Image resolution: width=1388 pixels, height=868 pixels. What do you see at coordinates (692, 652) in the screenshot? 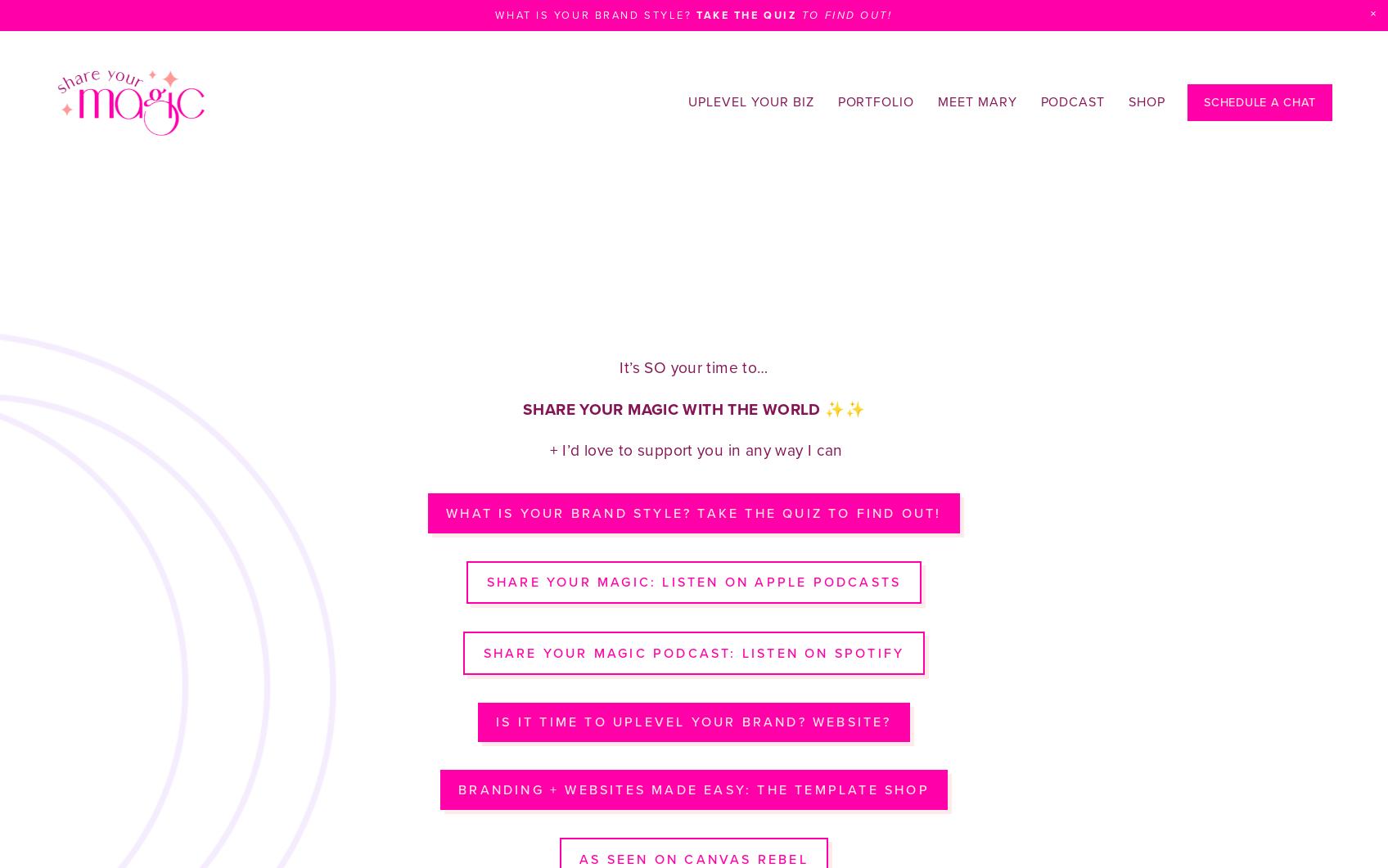
I see `'Share Your Magic Podcast: listen on spotify'` at bounding box center [692, 652].